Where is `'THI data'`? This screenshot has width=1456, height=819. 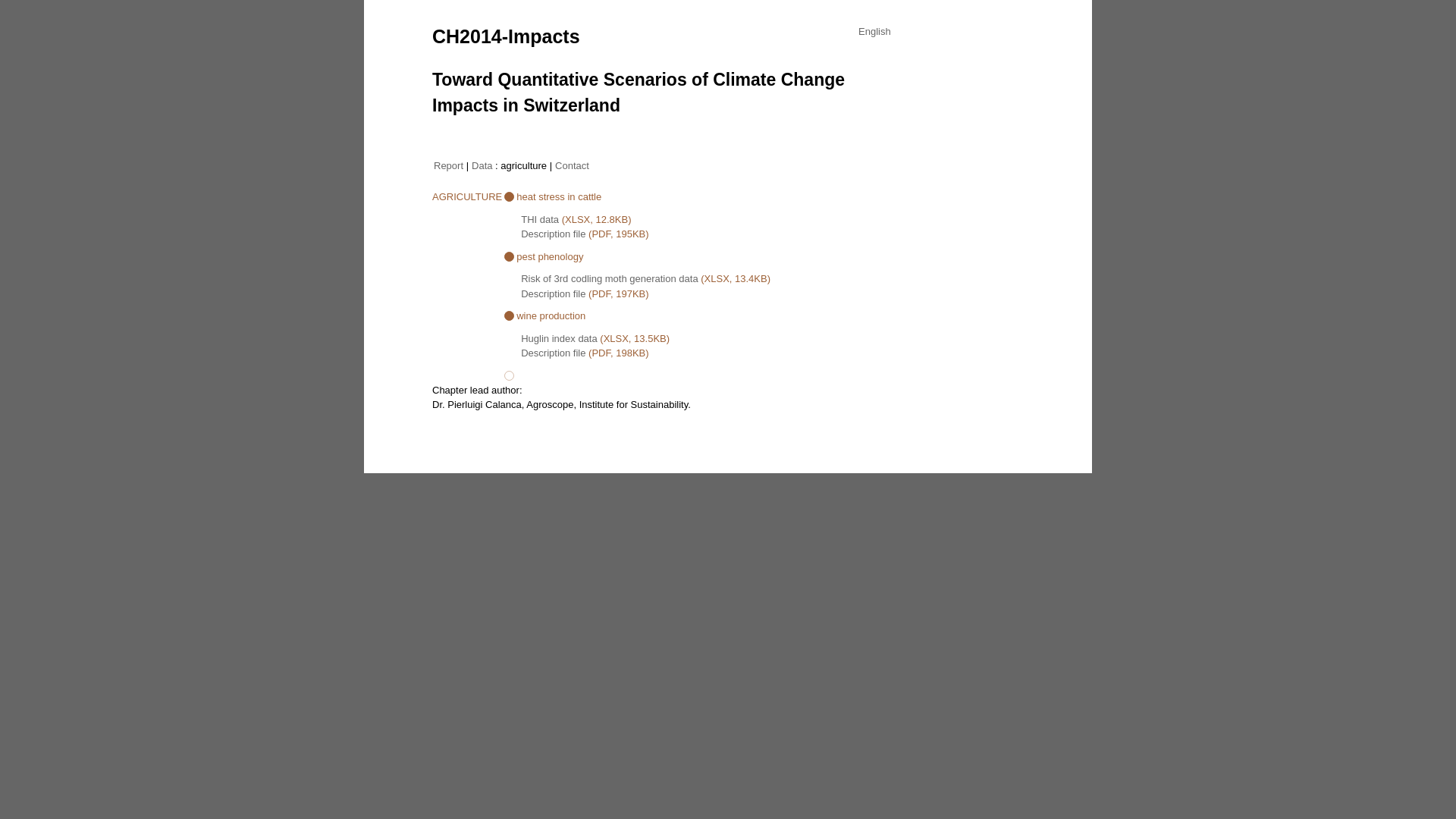 'THI data' is located at coordinates (539, 219).